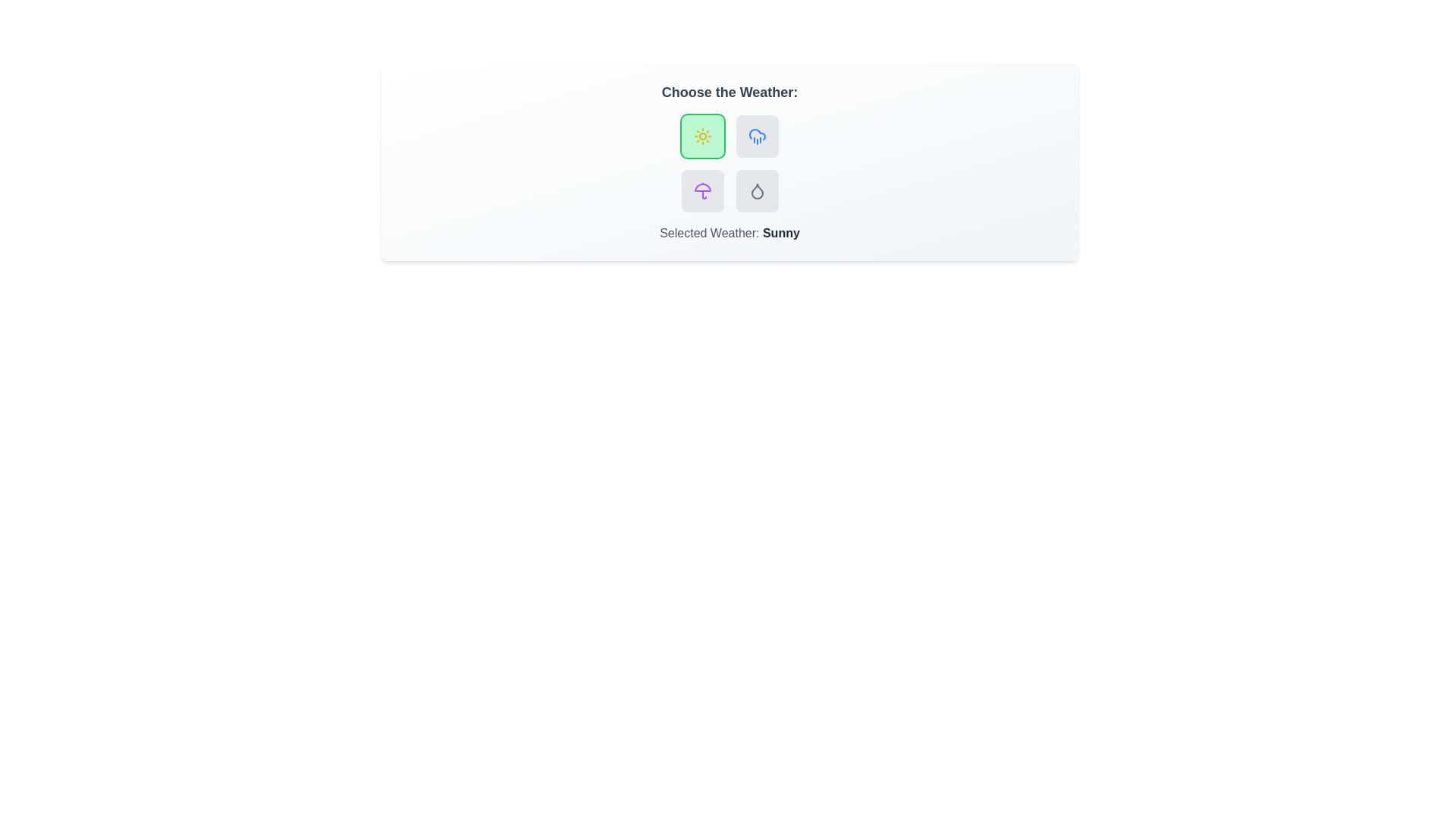 This screenshot has height=819, width=1456. What do you see at coordinates (701, 190) in the screenshot?
I see `the weather option Stormy by clicking the corresponding button` at bounding box center [701, 190].